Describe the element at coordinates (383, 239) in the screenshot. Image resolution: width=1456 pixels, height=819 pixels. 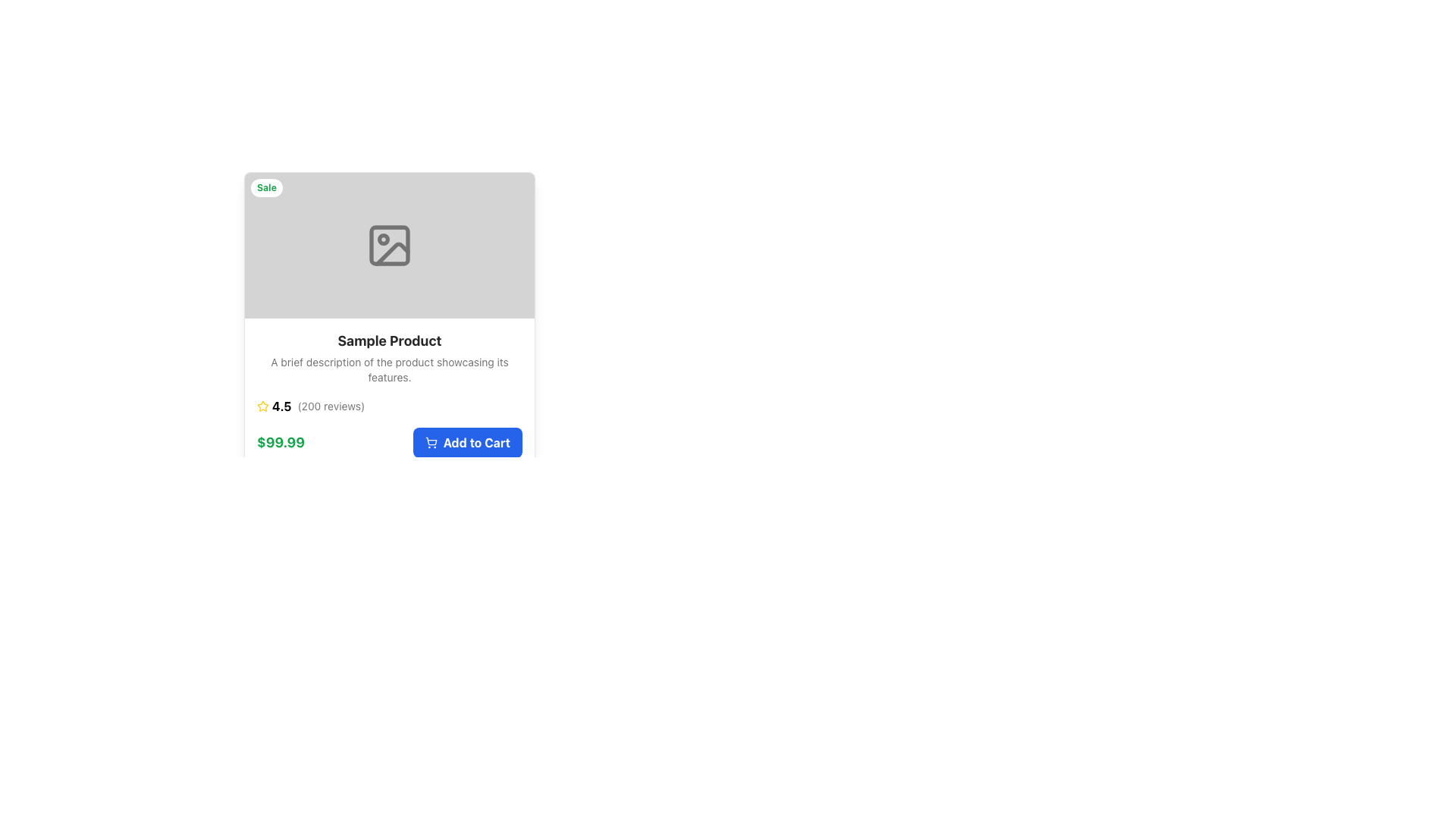
I see `the central circular dot within the outlined rectangular image placeholder icon, located at the top center of the card interface above the product title and description` at that location.